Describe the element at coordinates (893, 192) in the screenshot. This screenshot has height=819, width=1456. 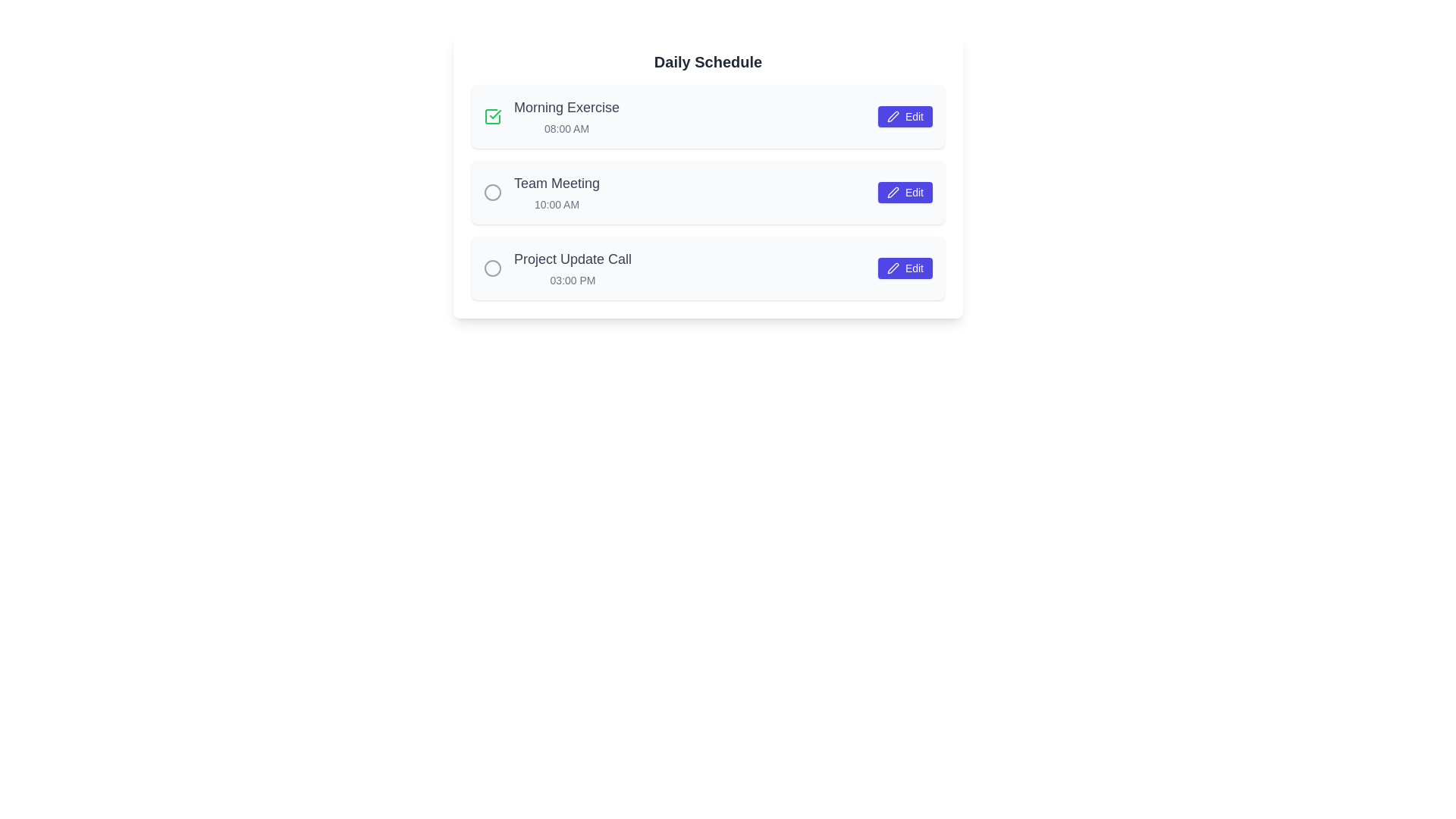
I see `the 'Edit' icon associated with the 'Team Meeting' entry` at that location.